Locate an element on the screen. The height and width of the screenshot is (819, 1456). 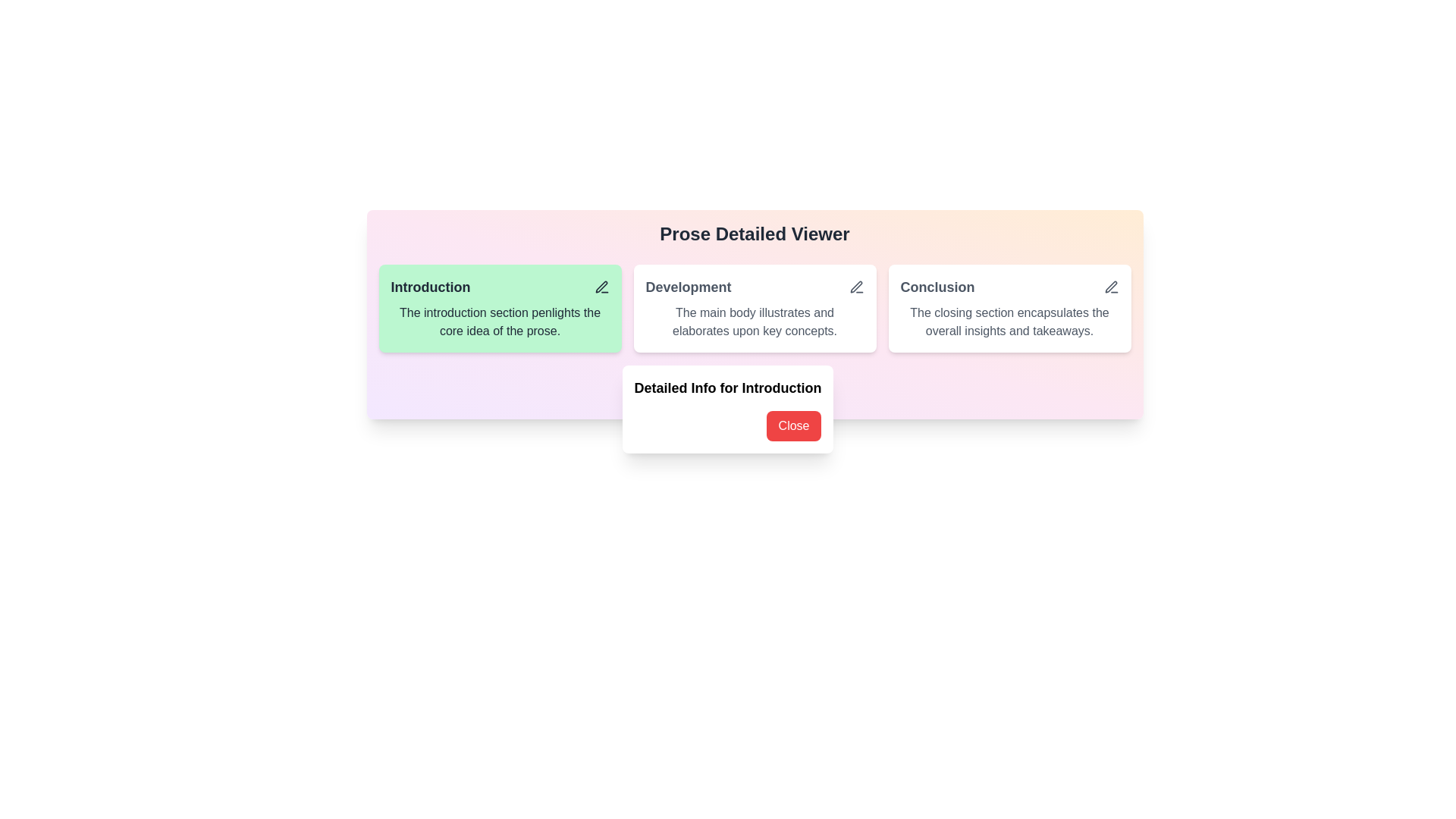
the pencil icon button located to the right of the 'Development' text header to initiate editing is located at coordinates (856, 287).